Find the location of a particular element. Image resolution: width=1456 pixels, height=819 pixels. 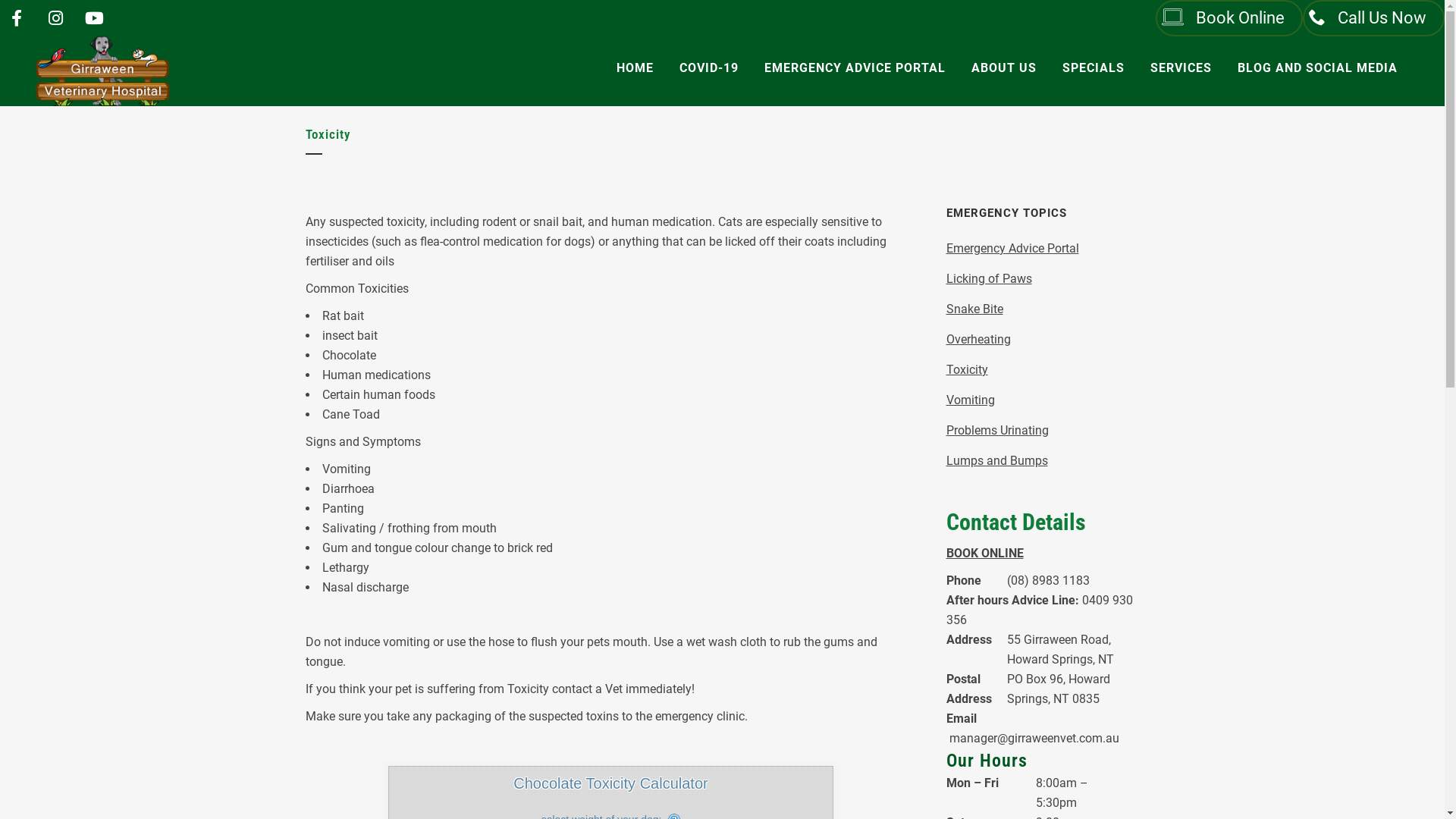

'Girraween Veterinary Hospital on Facebook' is located at coordinates (17, 18).